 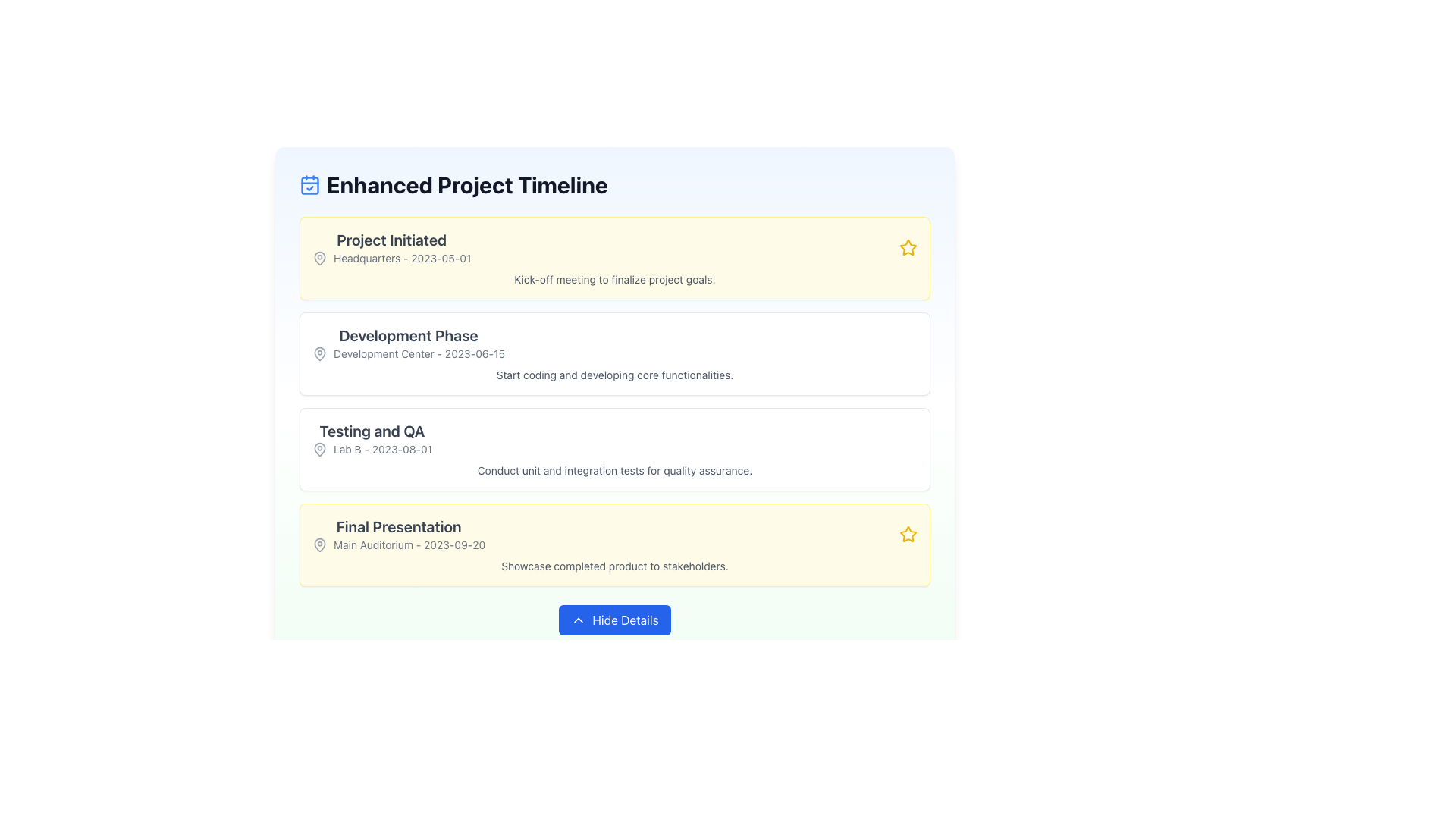 What do you see at coordinates (372, 449) in the screenshot?
I see `the text element displaying 'Lab B - 2023-08-01' with a map pin icon, located in the 'Testing and QA' section, below the section title` at bounding box center [372, 449].